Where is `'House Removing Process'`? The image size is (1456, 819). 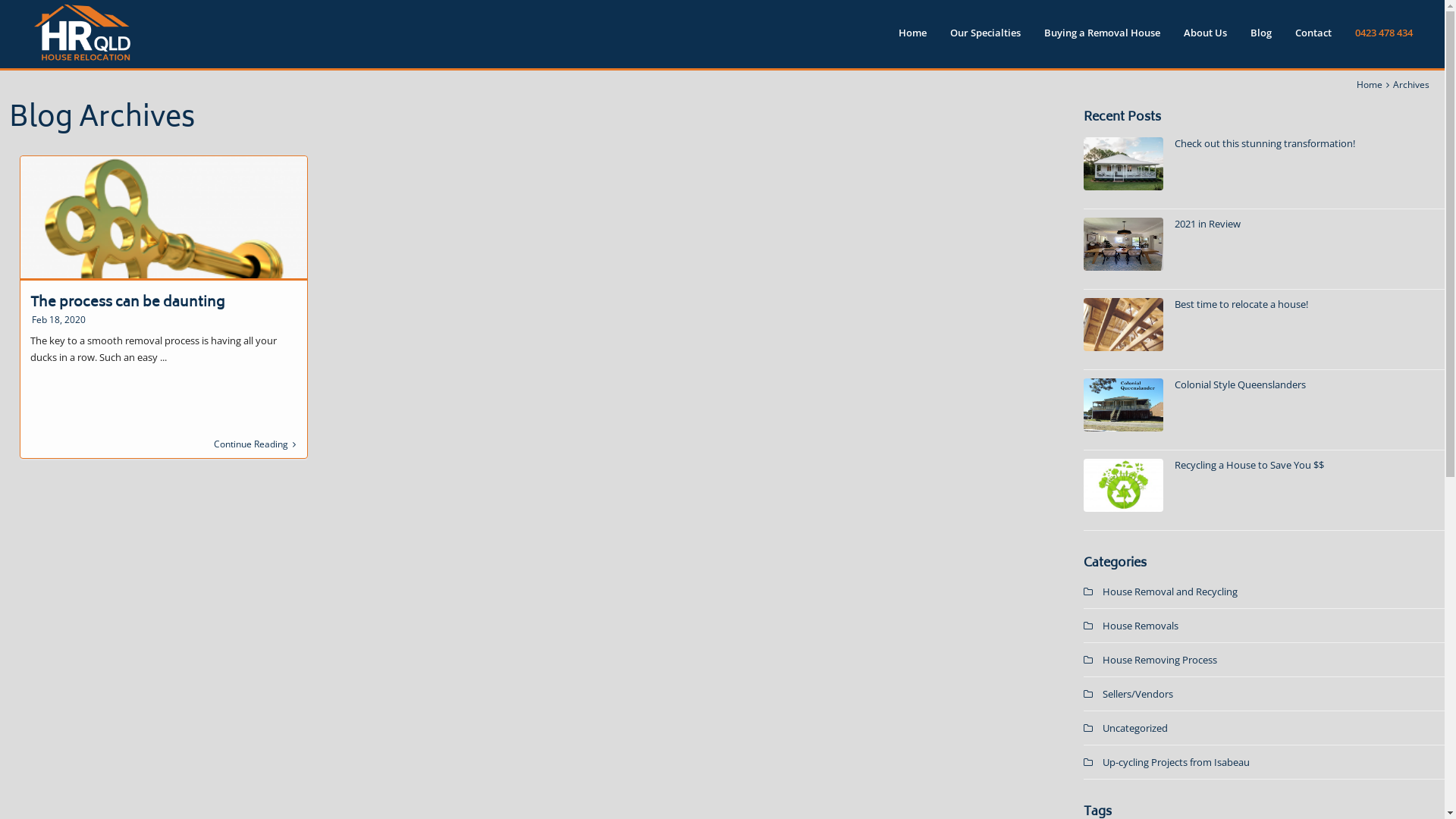
'House Removing Process' is located at coordinates (1159, 659).